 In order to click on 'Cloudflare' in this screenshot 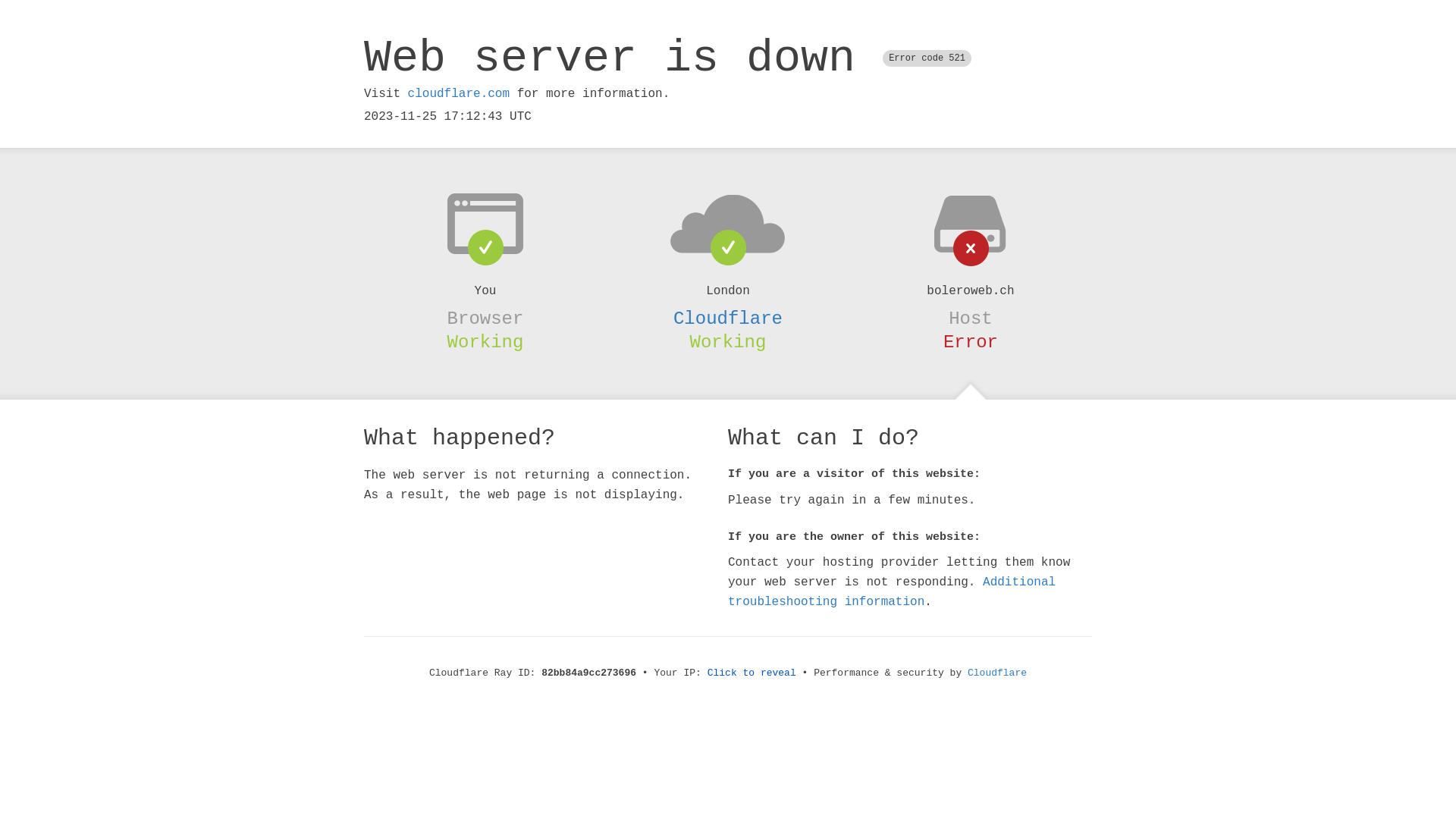, I will do `click(728, 318)`.